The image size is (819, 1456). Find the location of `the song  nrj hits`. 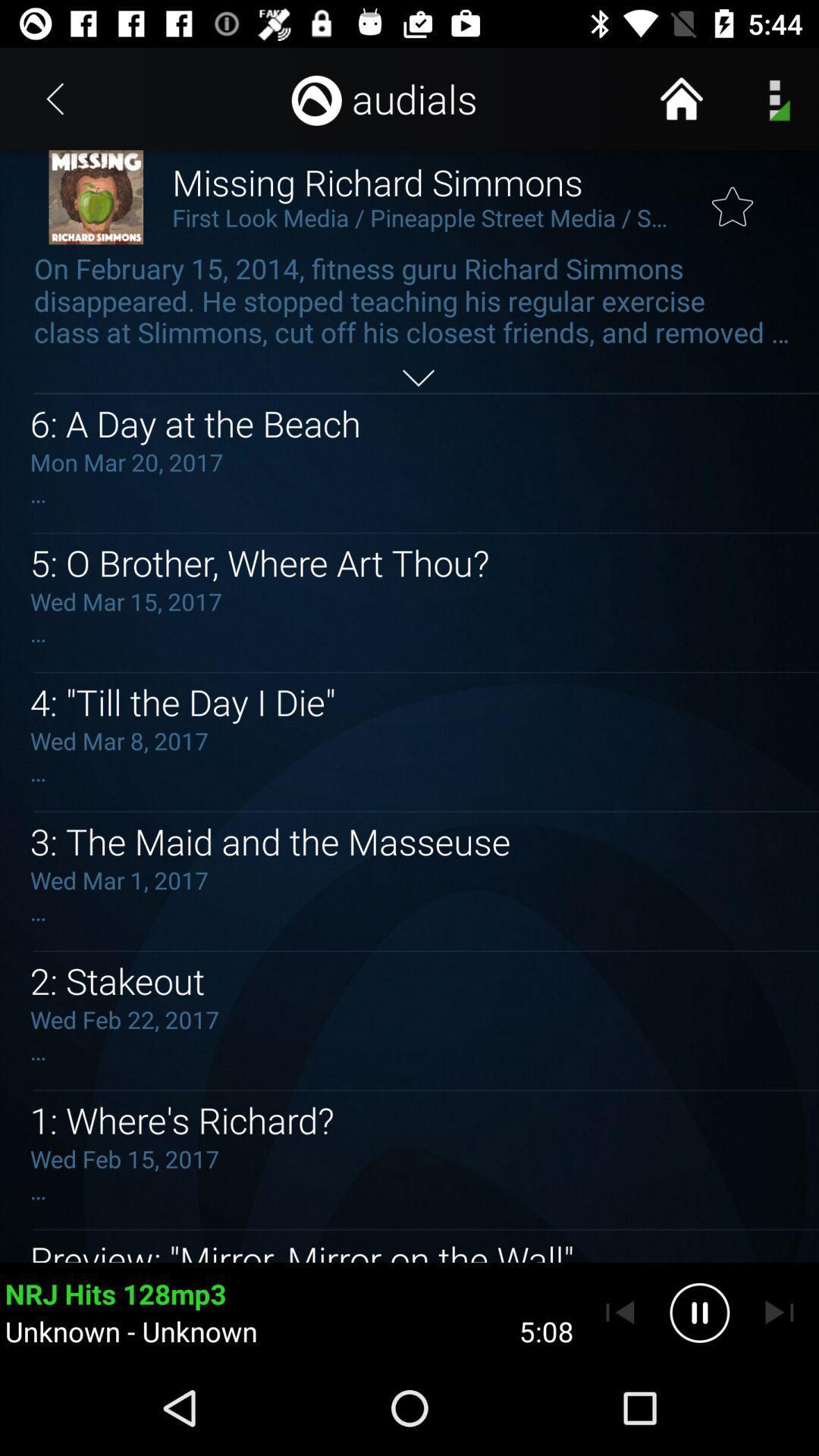

the song  nrj hits is located at coordinates (292, 1312).